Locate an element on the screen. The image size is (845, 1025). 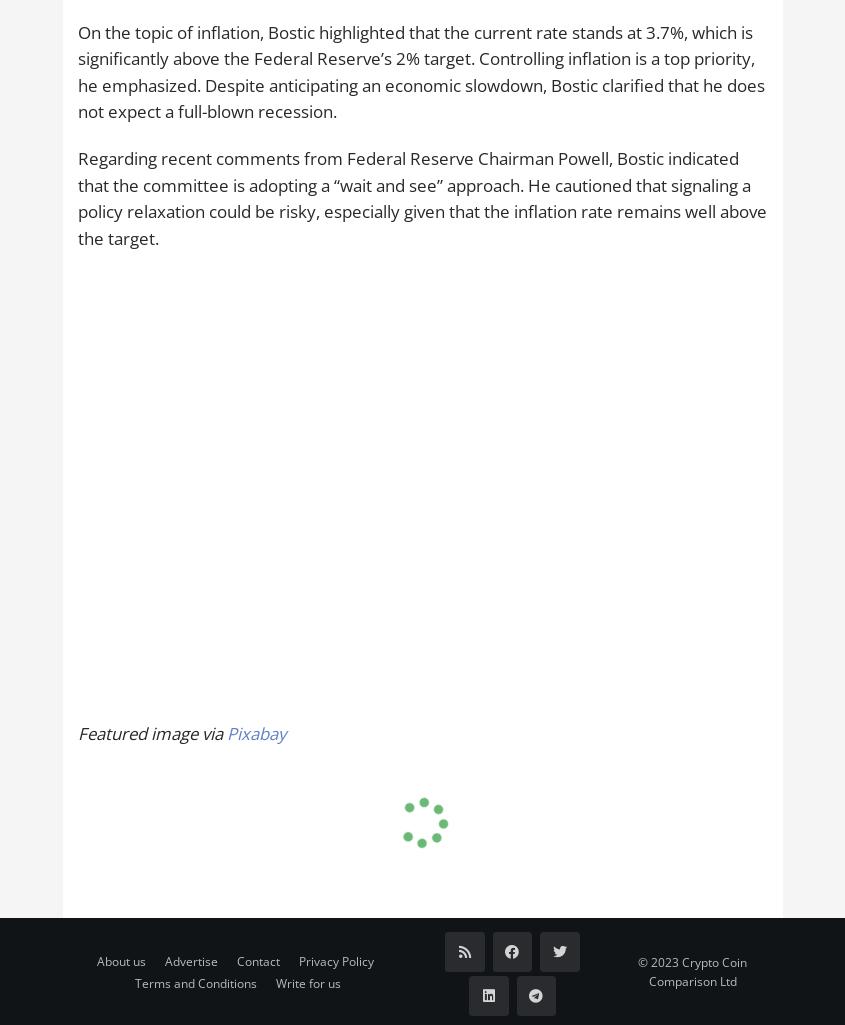
'Advertise' is located at coordinates (189, 960).